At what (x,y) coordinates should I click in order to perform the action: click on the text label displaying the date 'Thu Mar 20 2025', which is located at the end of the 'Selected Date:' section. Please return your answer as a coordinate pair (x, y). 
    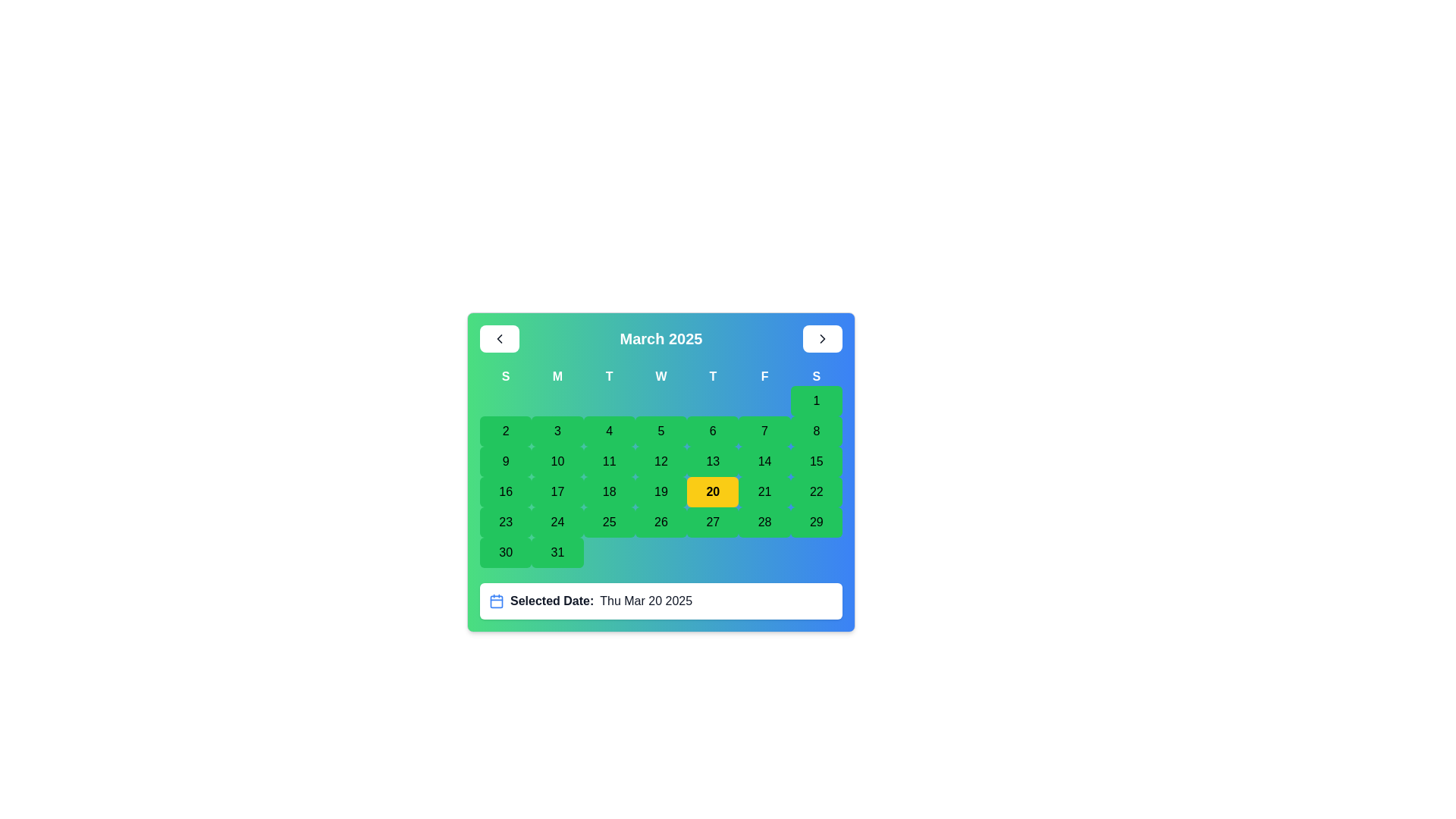
    Looking at the image, I should click on (646, 601).